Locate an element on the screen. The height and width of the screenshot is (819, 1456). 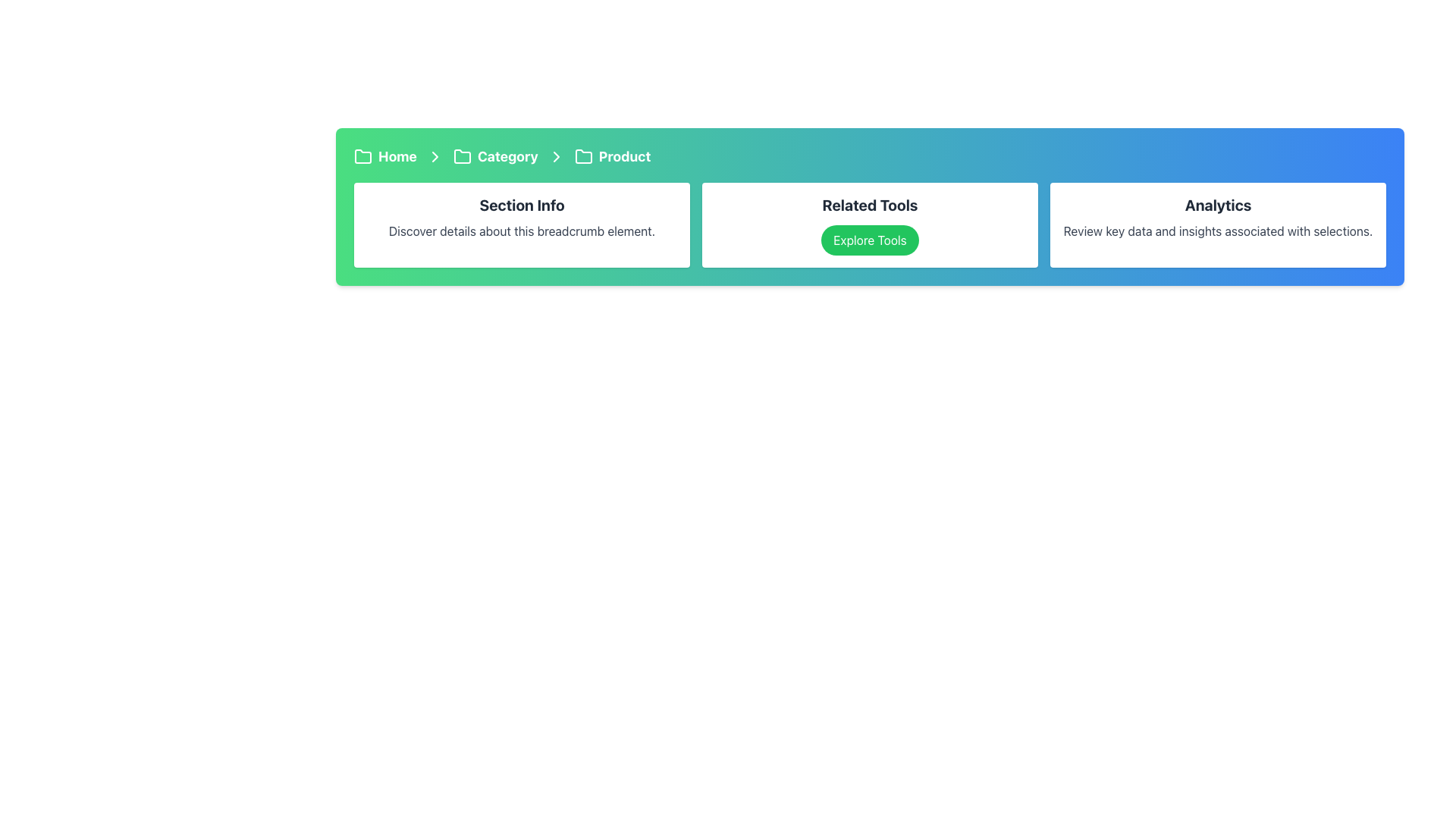
the rounded green button labeled 'Explore Tools' located is located at coordinates (870, 239).